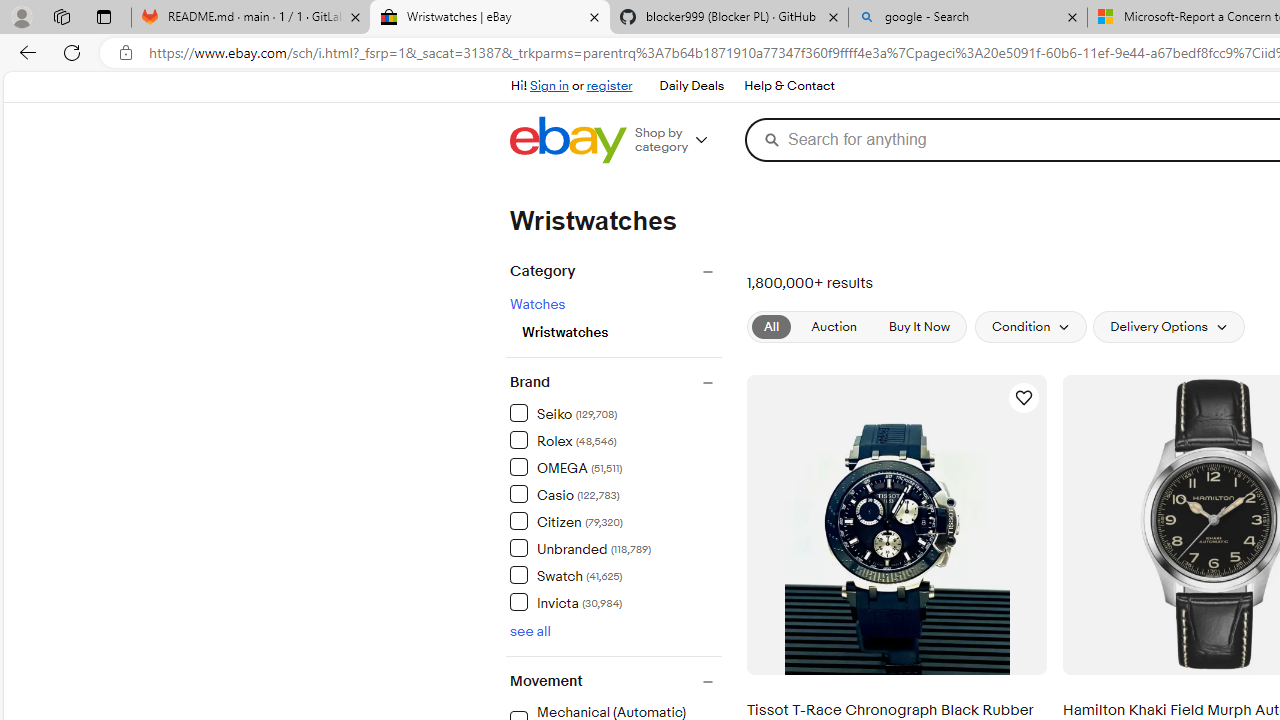 The width and height of the screenshot is (1280, 720). Describe the element at coordinates (612, 310) in the screenshot. I see `'CategoryWatchesSelected categoryWristwatches'` at that location.